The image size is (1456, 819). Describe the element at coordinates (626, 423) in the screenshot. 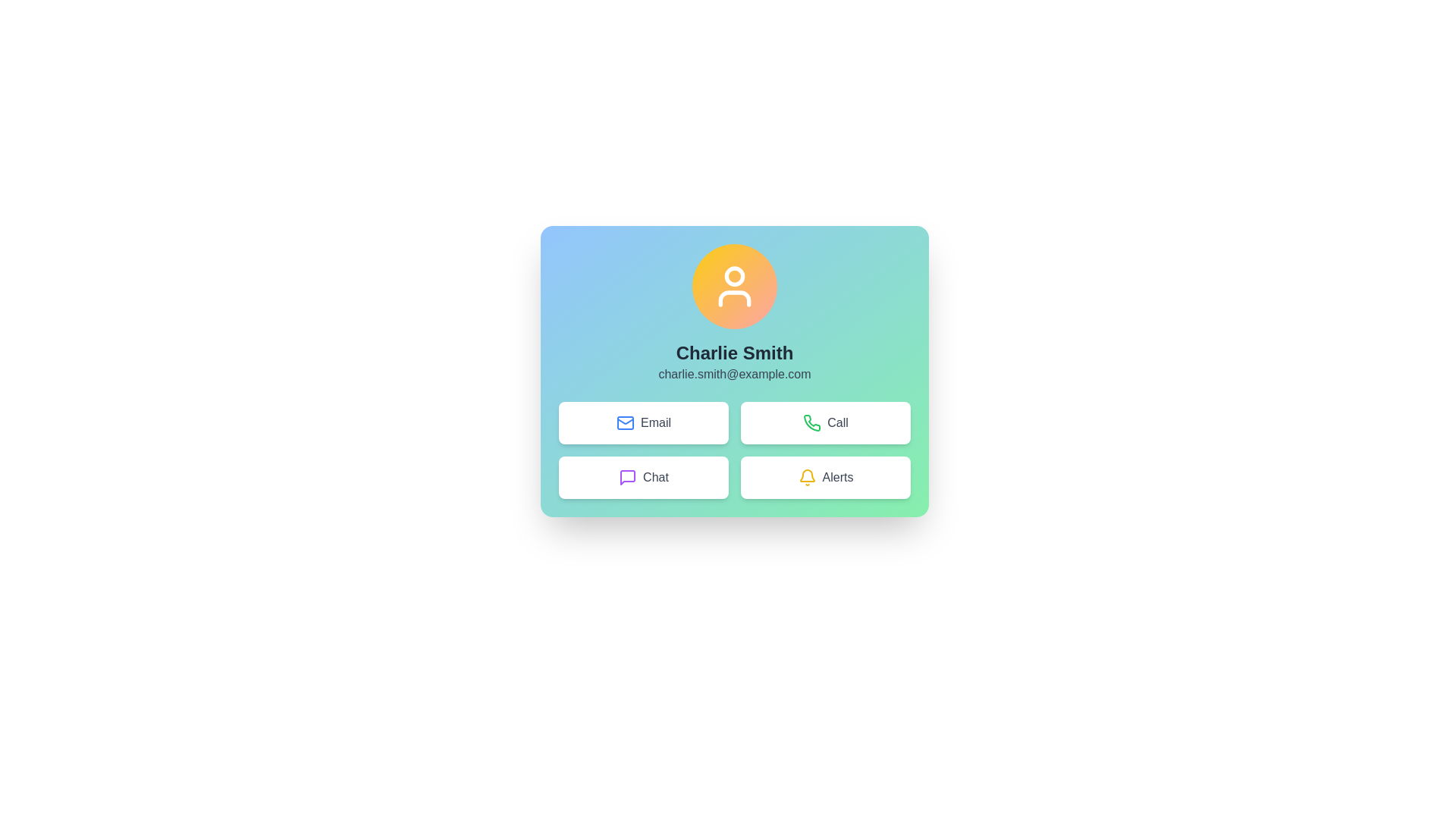

I see `the decorative icon element within the 'Email' button, which is a rectangular shape with rounded corners and part of an envelope icon` at that location.